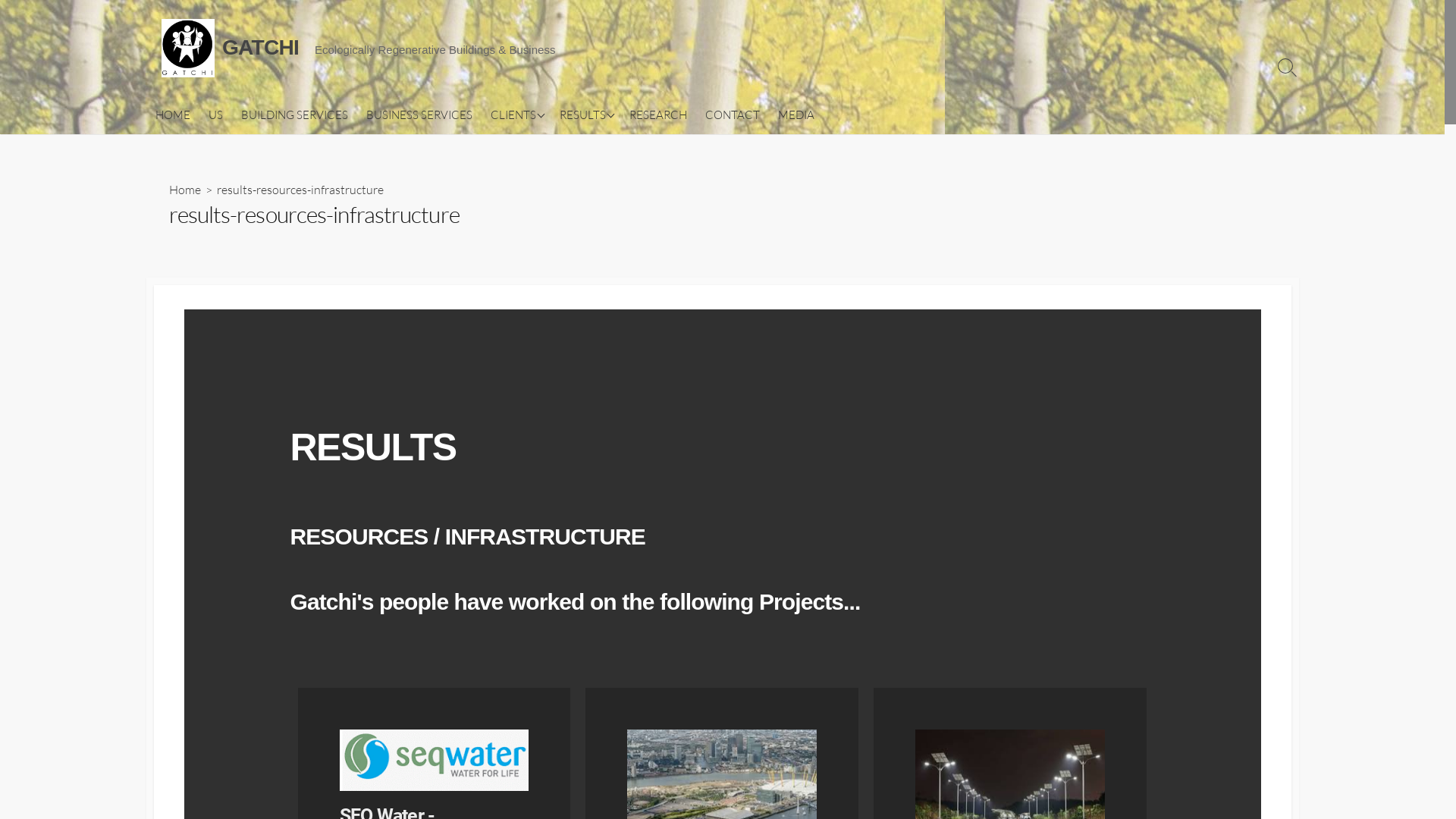 The width and height of the screenshot is (1456, 819). I want to click on 'Developers', so click(626, 140).